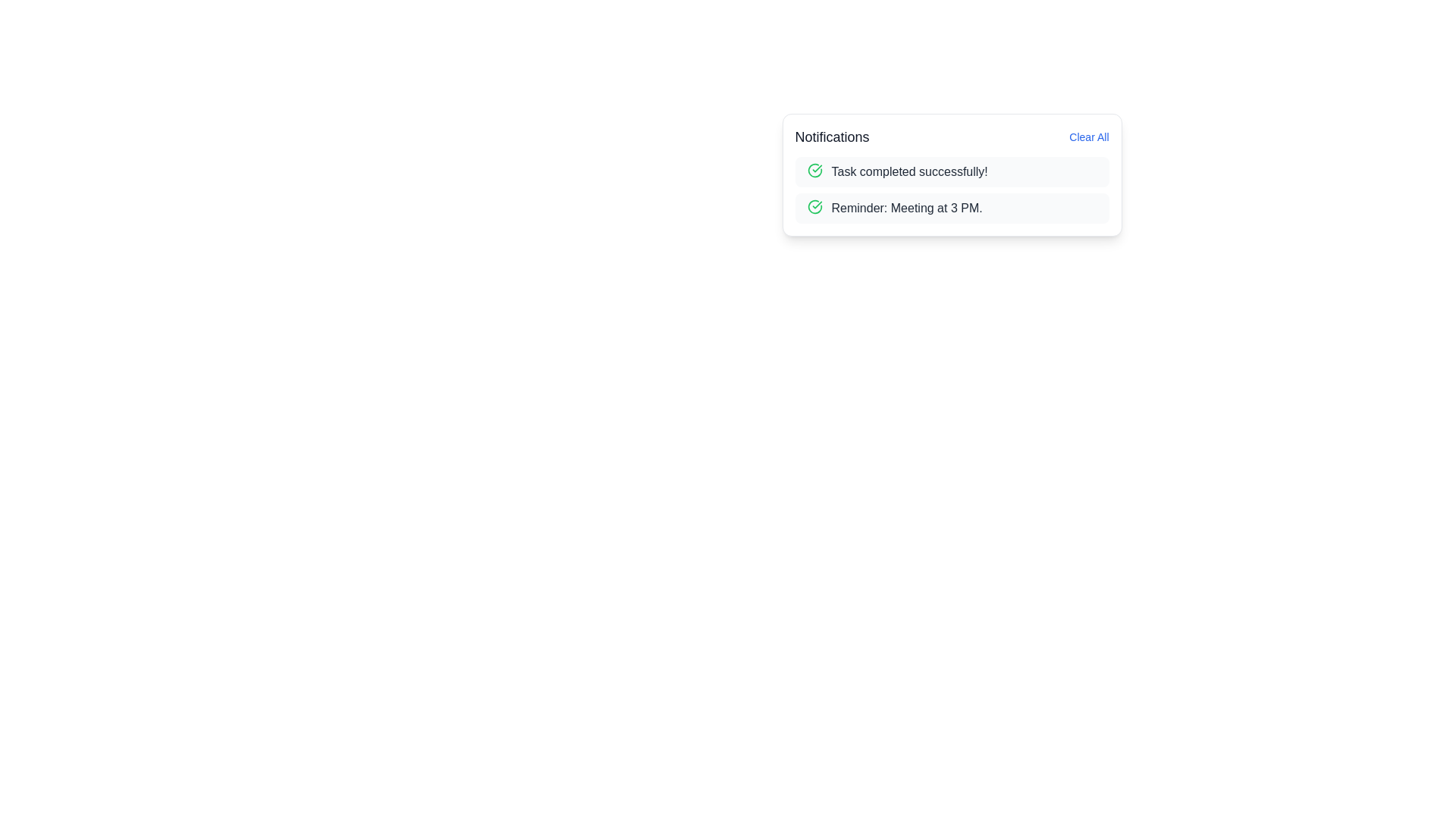  I want to click on the notification item displaying 'Reminder: Meeting at 3 PM.', so click(951, 208).